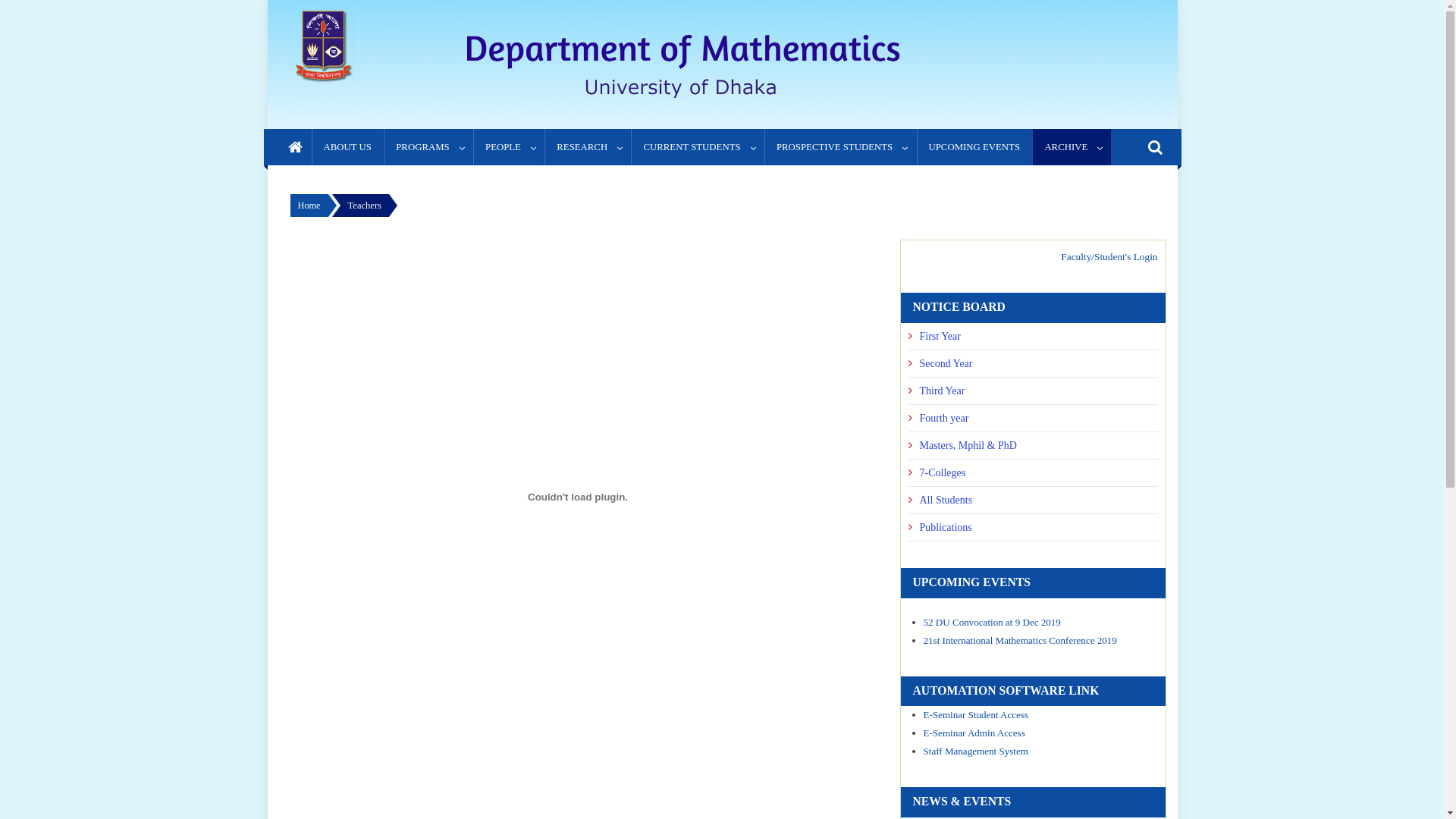  Describe the element at coordinates (992, 622) in the screenshot. I see `'52 DU Convocation at 9 Dec 2019'` at that location.